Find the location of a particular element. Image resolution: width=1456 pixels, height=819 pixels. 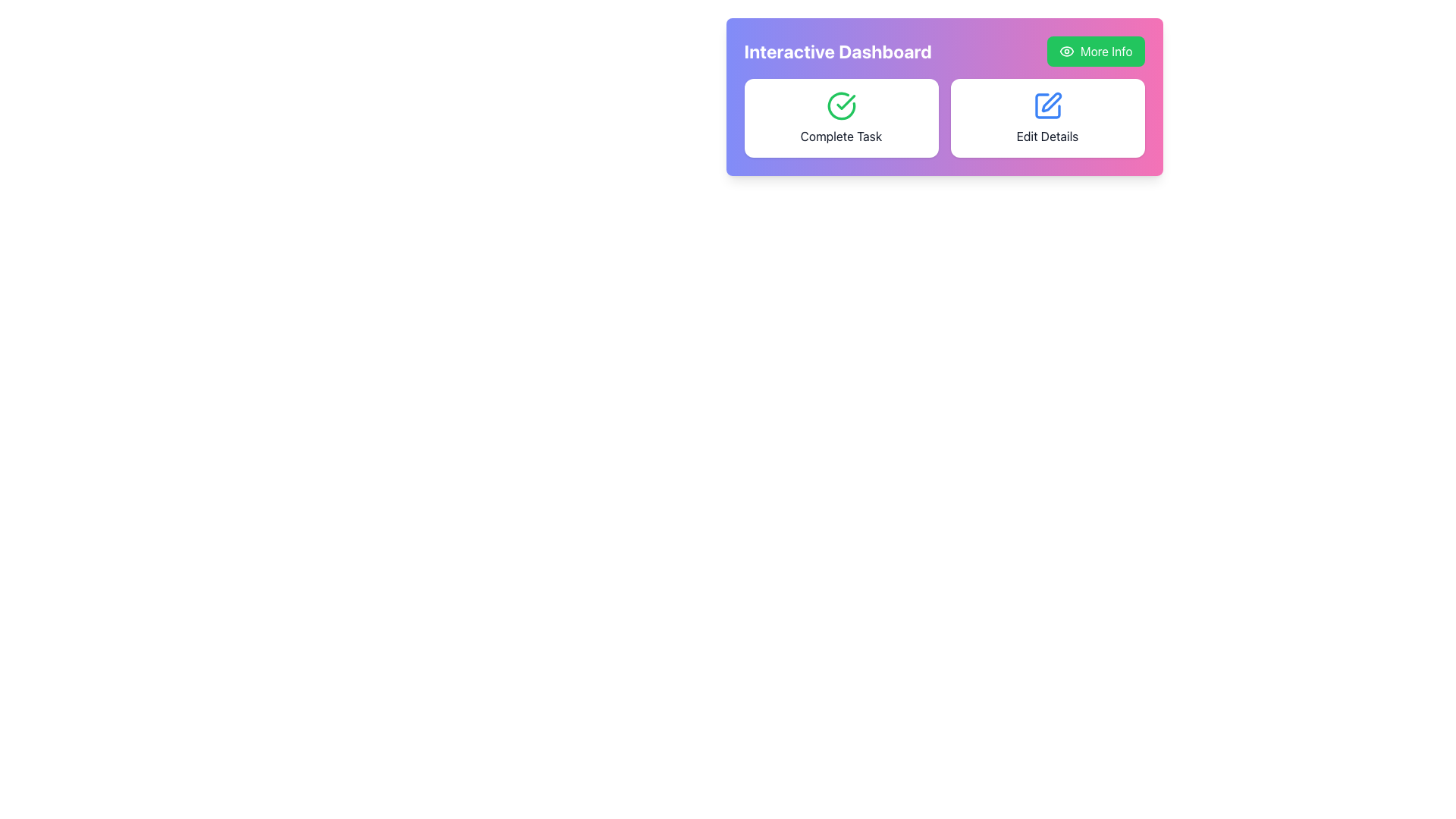

the small eye icon within the green rectangular button labeled 'More Info', located in the top-right corner of the interface is located at coordinates (1065, 51).